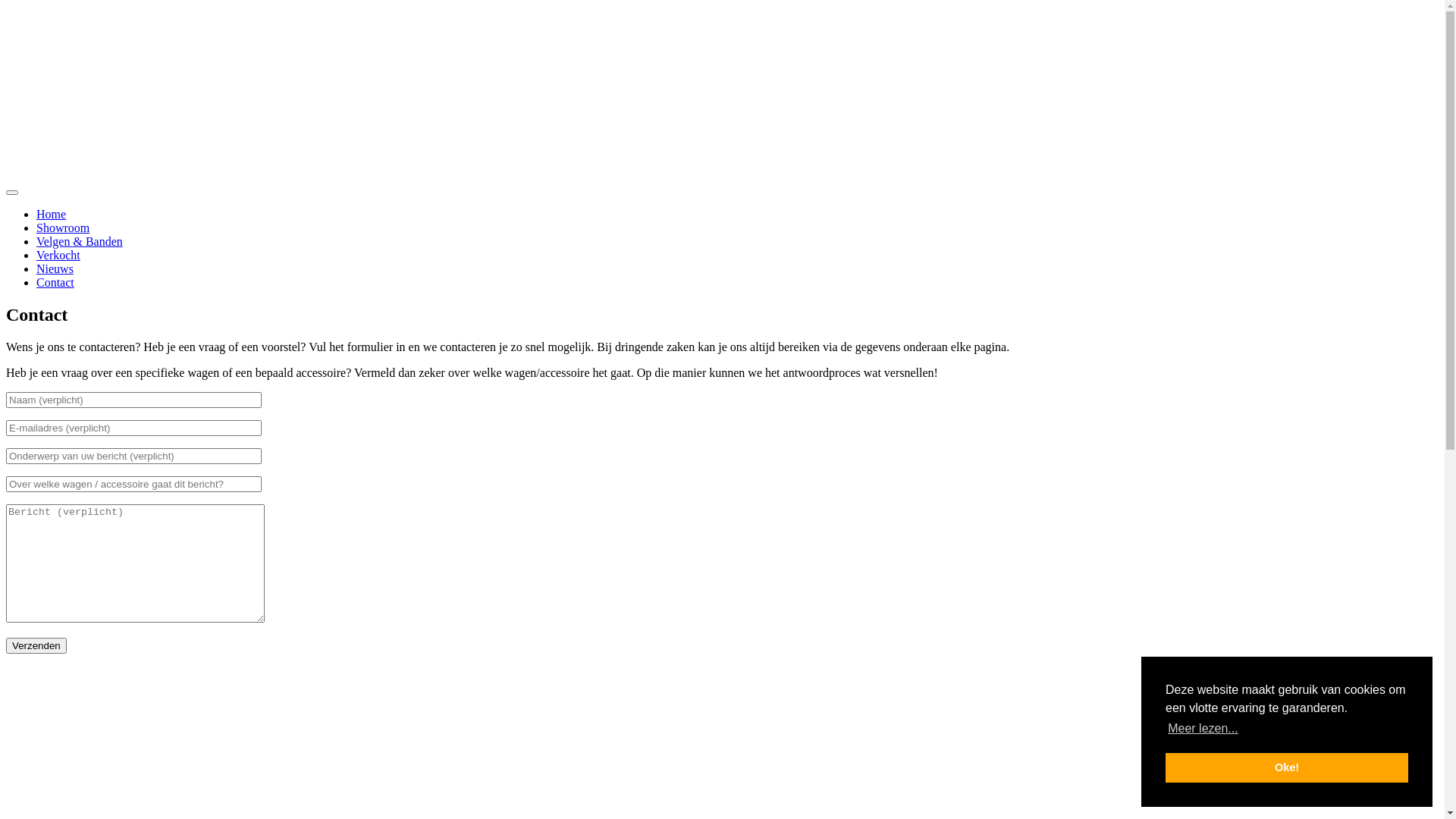  What do you see at coordinates (61, 227) in the screenshot?
I see `'Showroom'` at bounding box center [61, 227].